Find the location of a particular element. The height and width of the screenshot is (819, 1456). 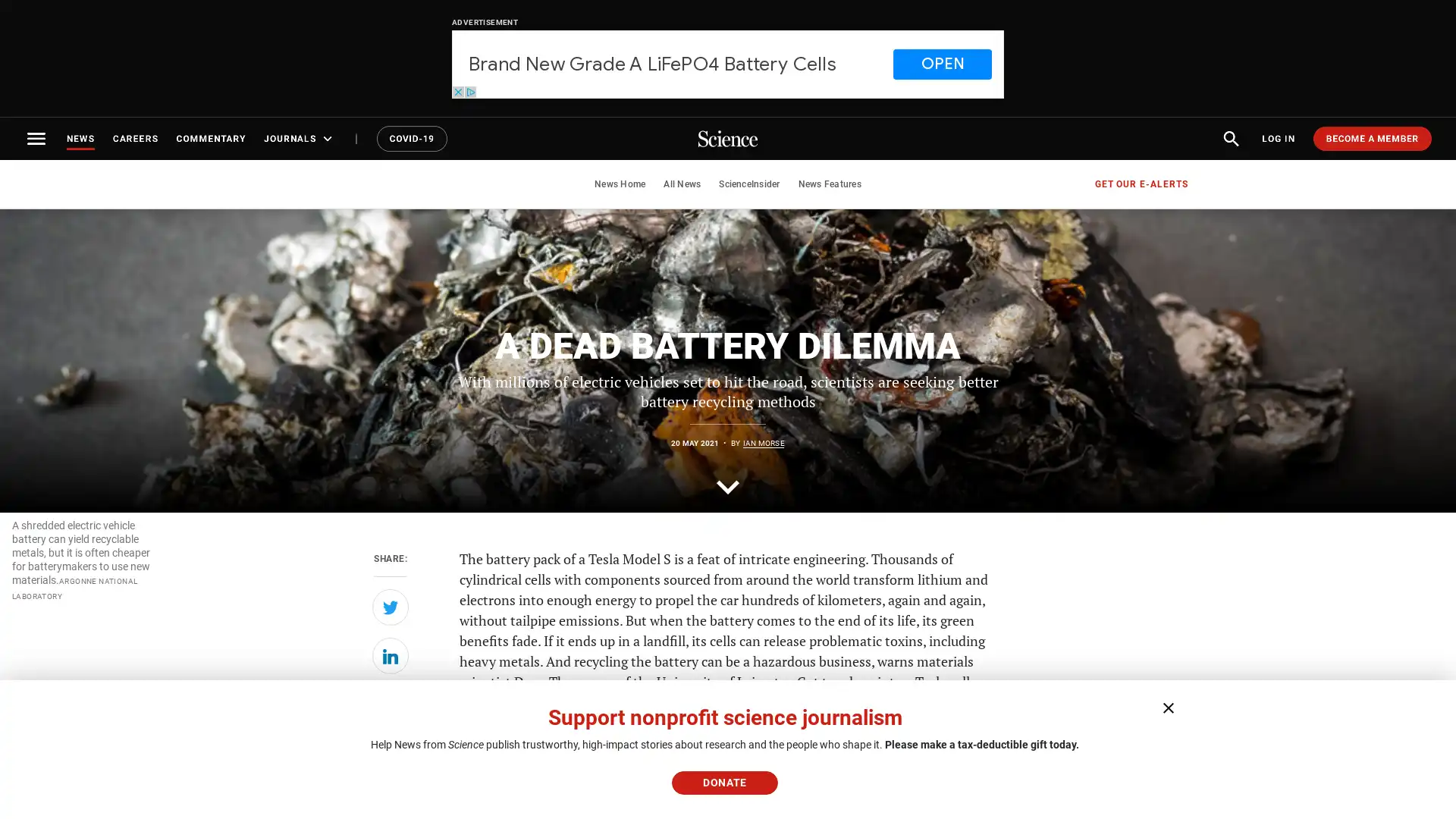

Toggle navigation is located at coordinates (36, 138).